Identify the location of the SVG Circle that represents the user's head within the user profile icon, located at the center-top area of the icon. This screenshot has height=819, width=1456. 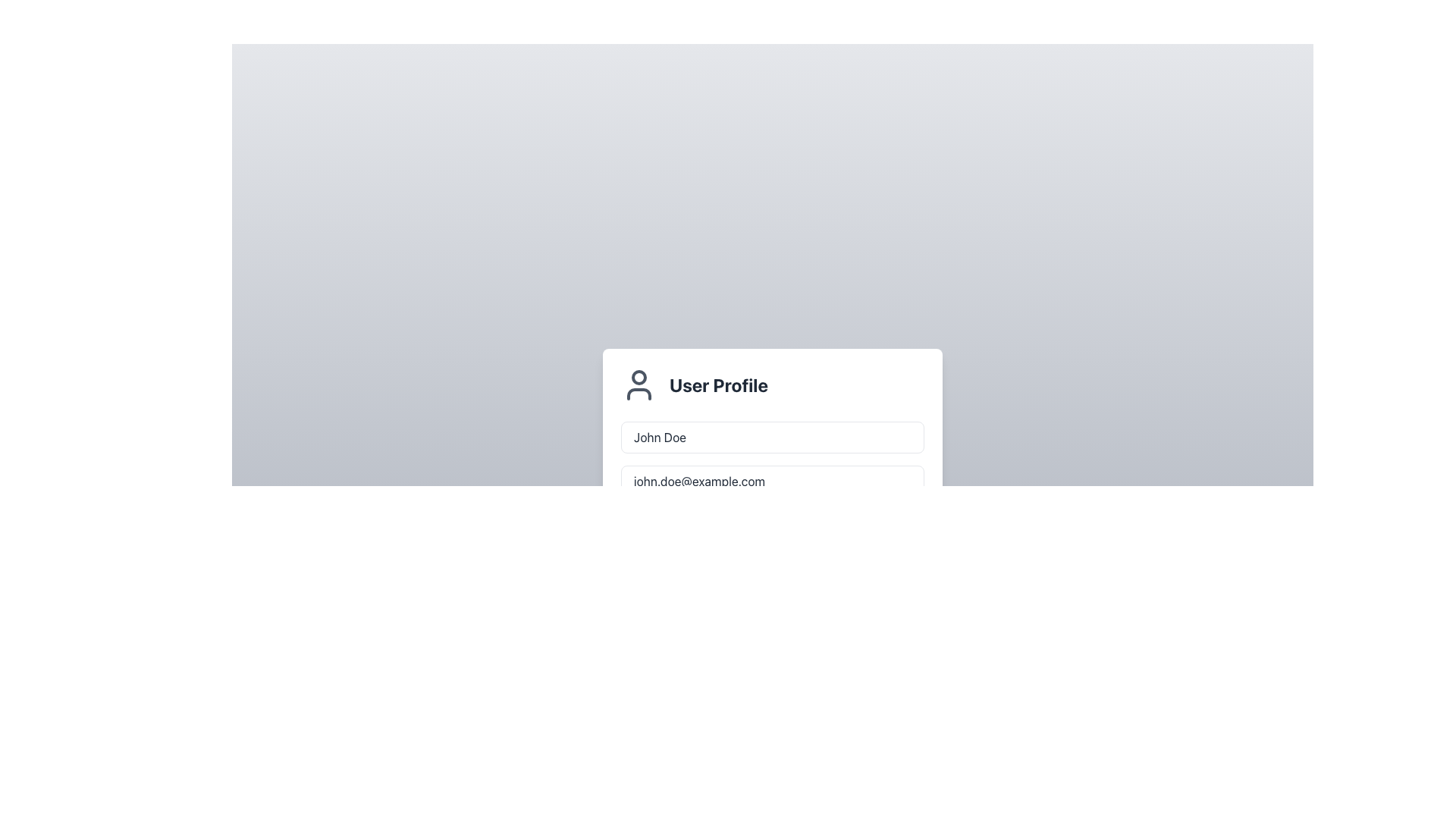
(639, 376).